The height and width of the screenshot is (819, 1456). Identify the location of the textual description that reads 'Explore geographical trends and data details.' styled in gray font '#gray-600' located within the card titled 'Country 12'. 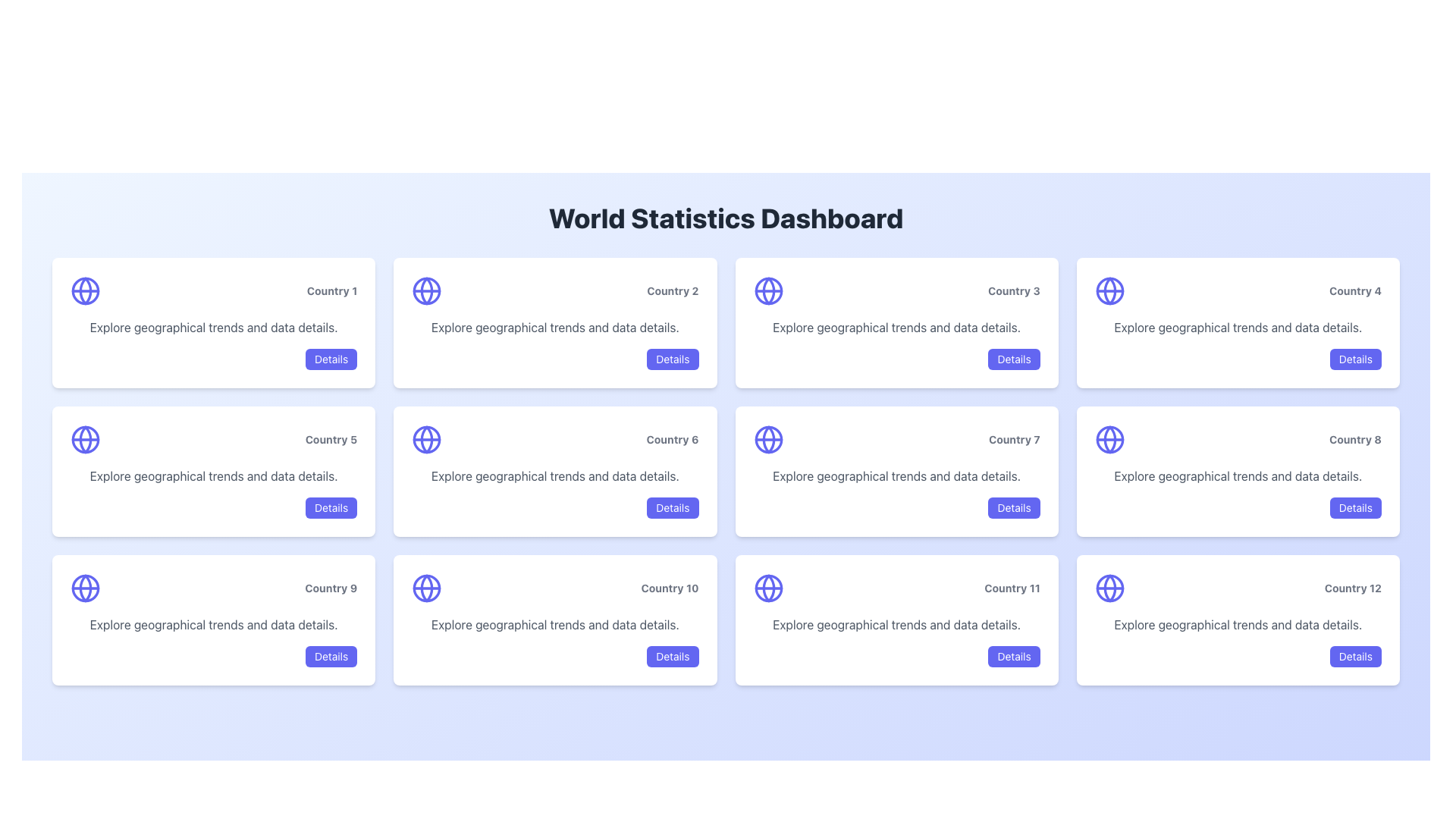
(1238, 625).